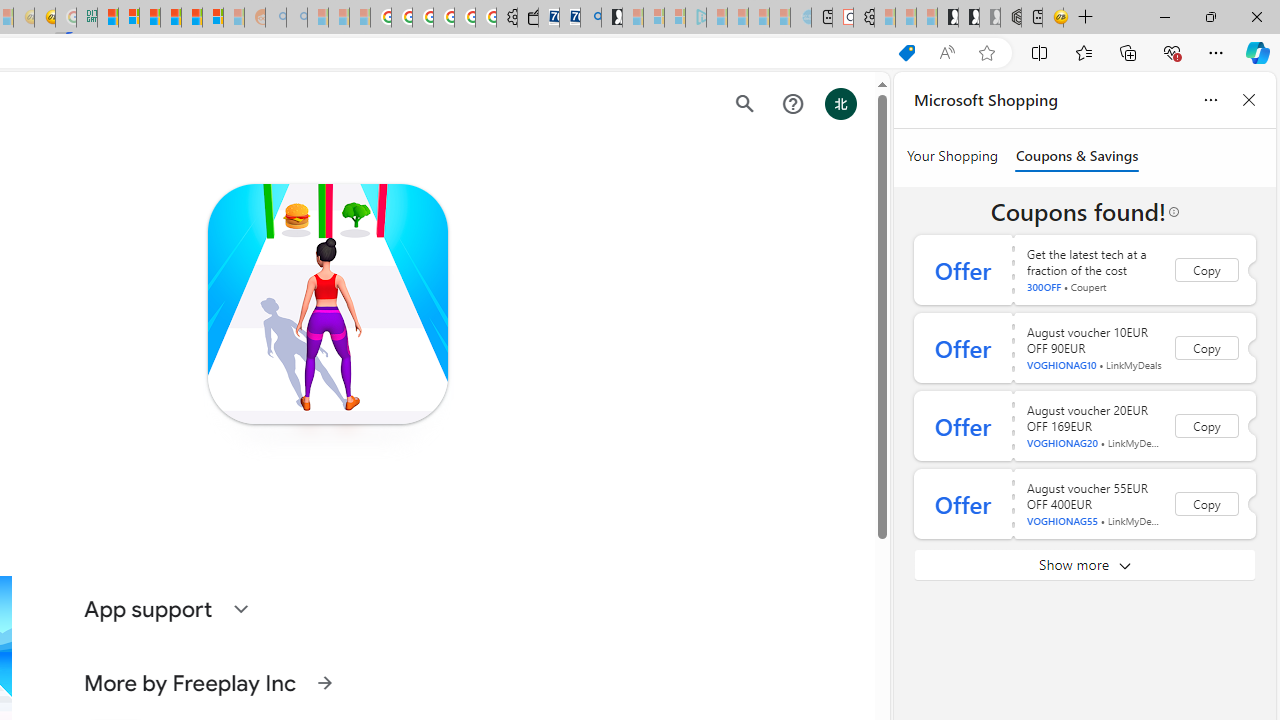 Image resolution: width=1280 pixels, height=720 pixels. I want to click on 'Microsoft account | Privacy - Sleeping', so click(674, 17).